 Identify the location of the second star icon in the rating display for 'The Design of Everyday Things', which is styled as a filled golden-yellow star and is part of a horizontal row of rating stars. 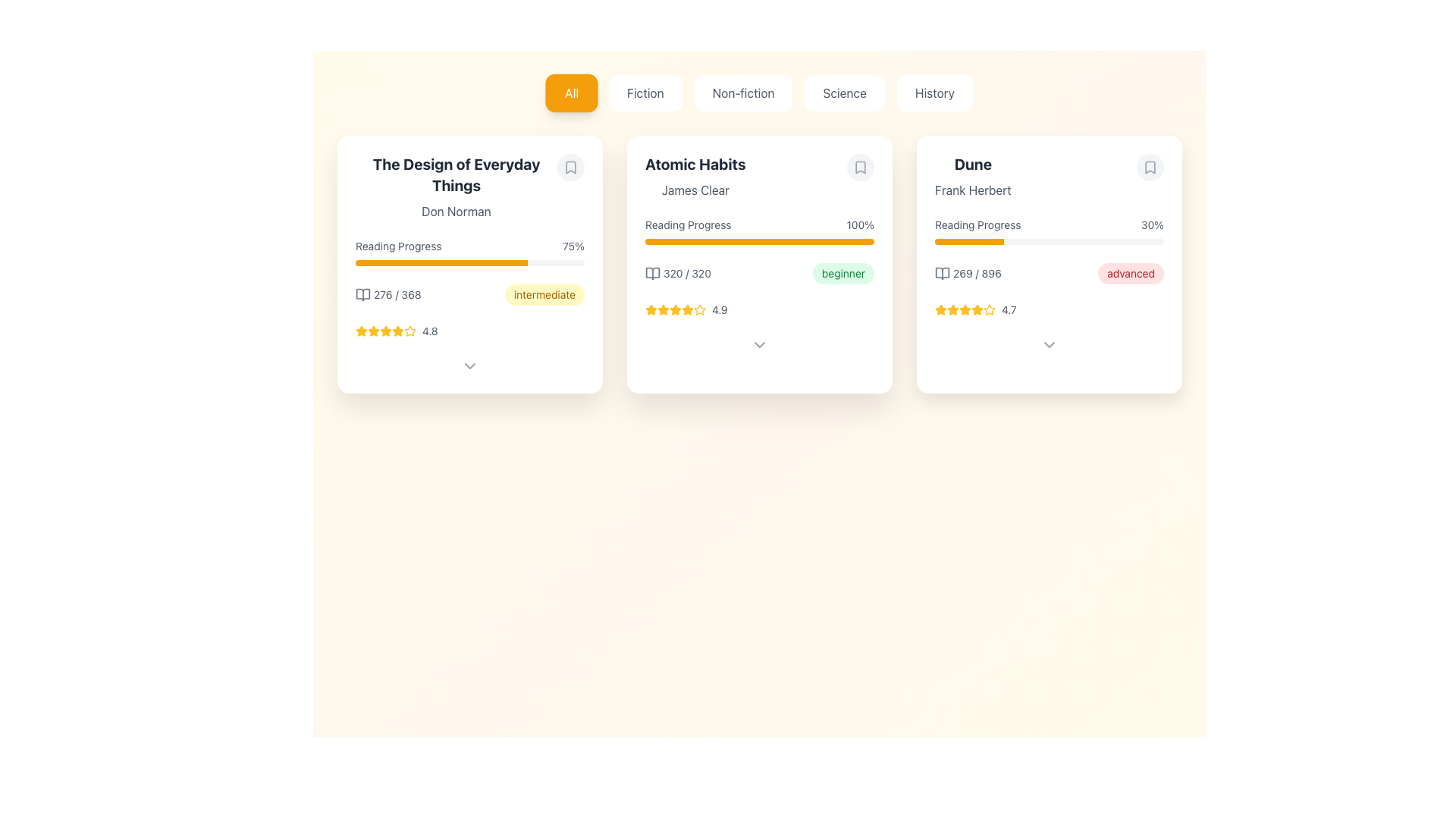
(374, 330).